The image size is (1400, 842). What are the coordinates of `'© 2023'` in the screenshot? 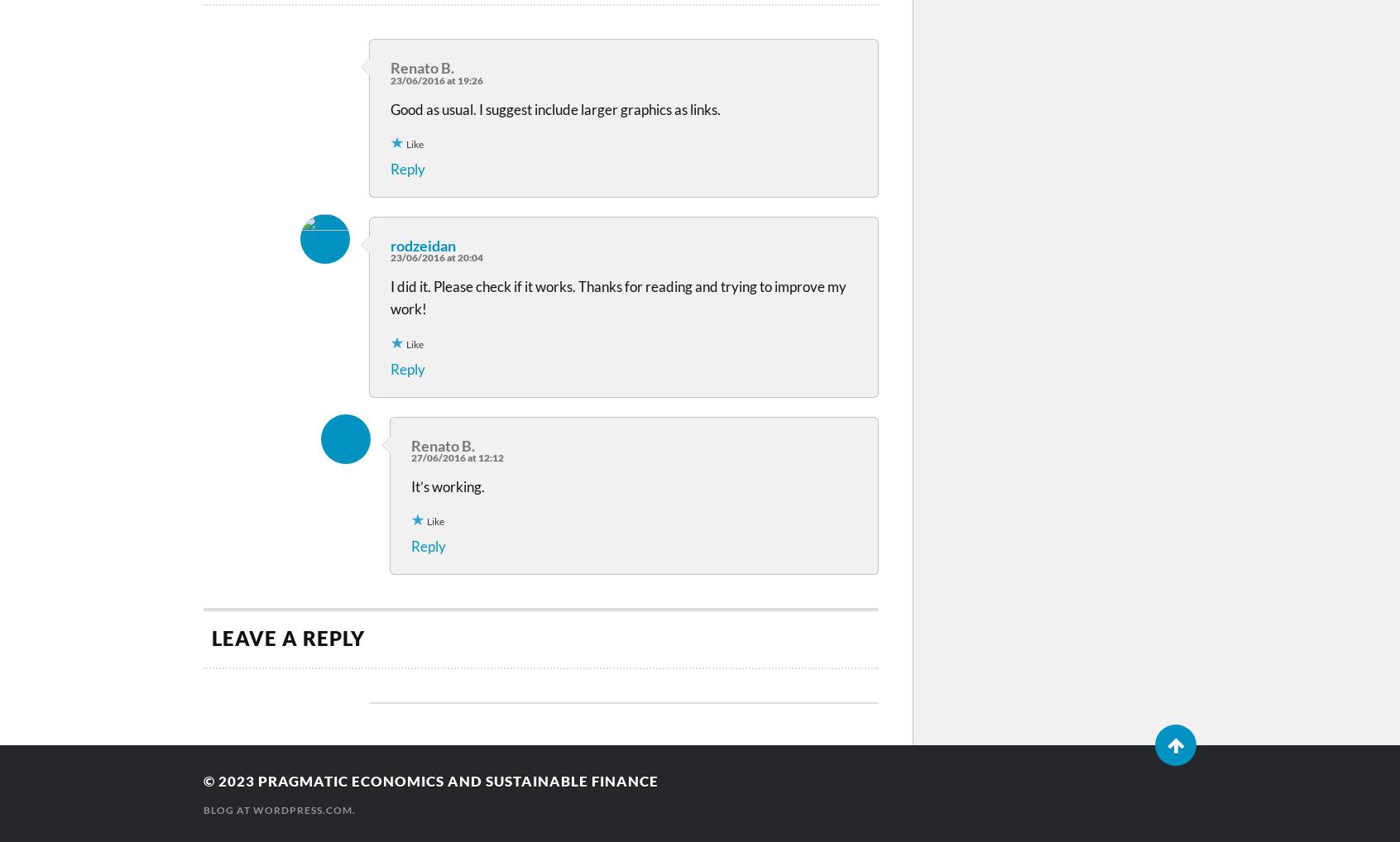 It's located at (231, 779).